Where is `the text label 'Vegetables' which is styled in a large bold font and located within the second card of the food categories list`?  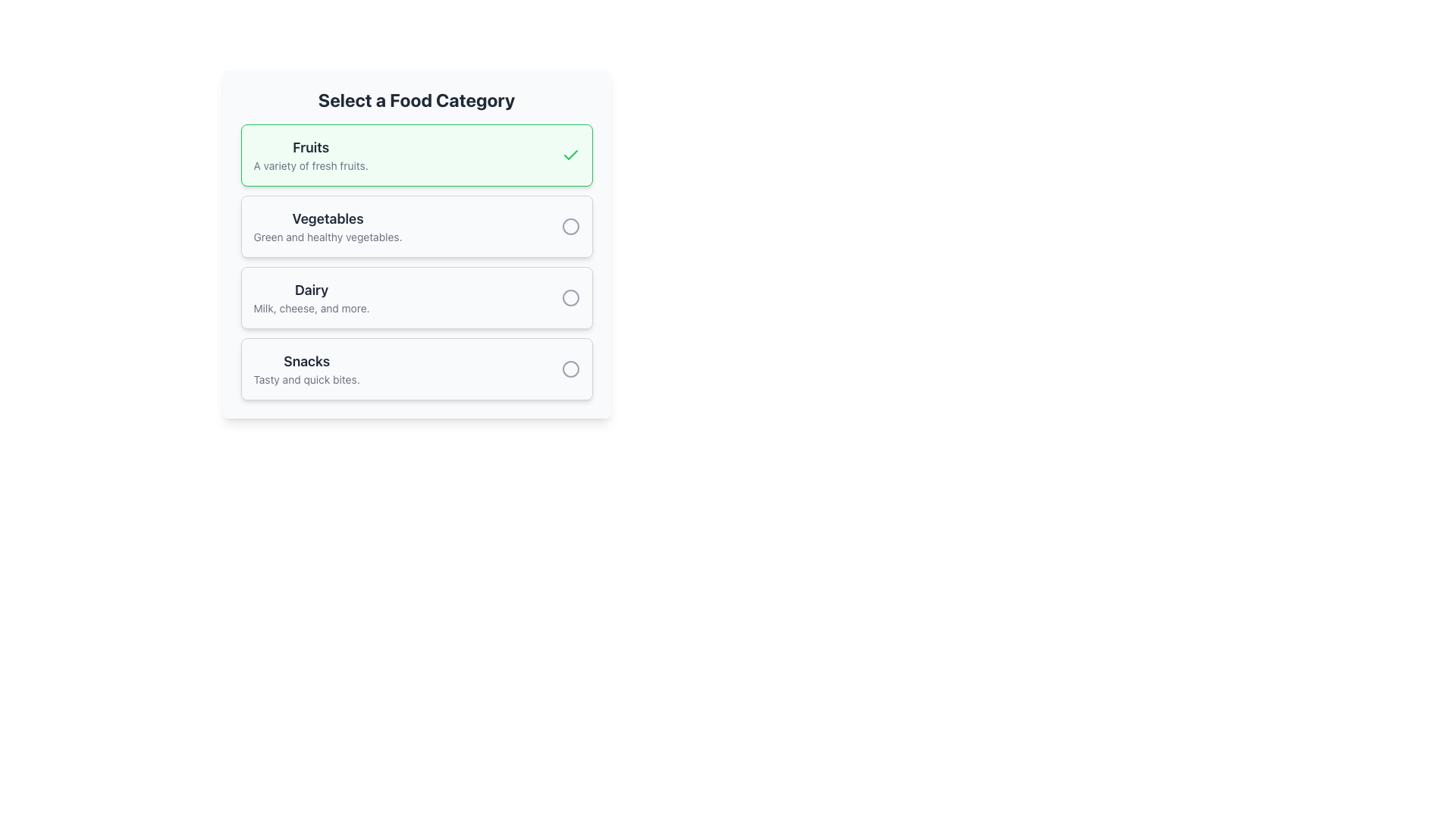 the text label 'Vegetables' which is styled in a large bold font and located within the second card of the food categories list is located at coordinates (327, 219).